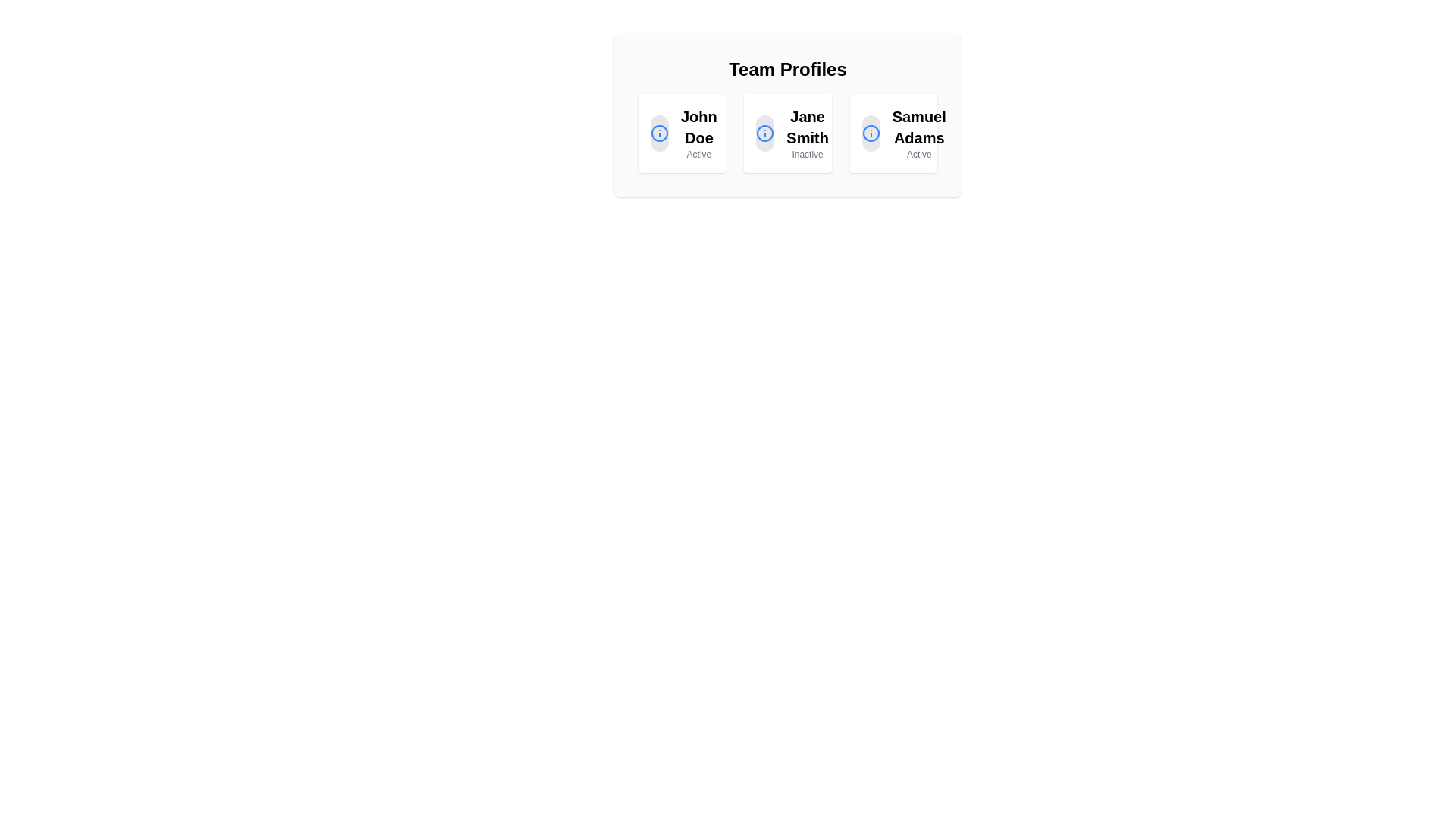 The width and height of the screenshot is (1456, 819). Describe the element at coordinates (918, 133) in the screenshot. I see `the text label displaying the name 'Samuel Adams'` at that location.